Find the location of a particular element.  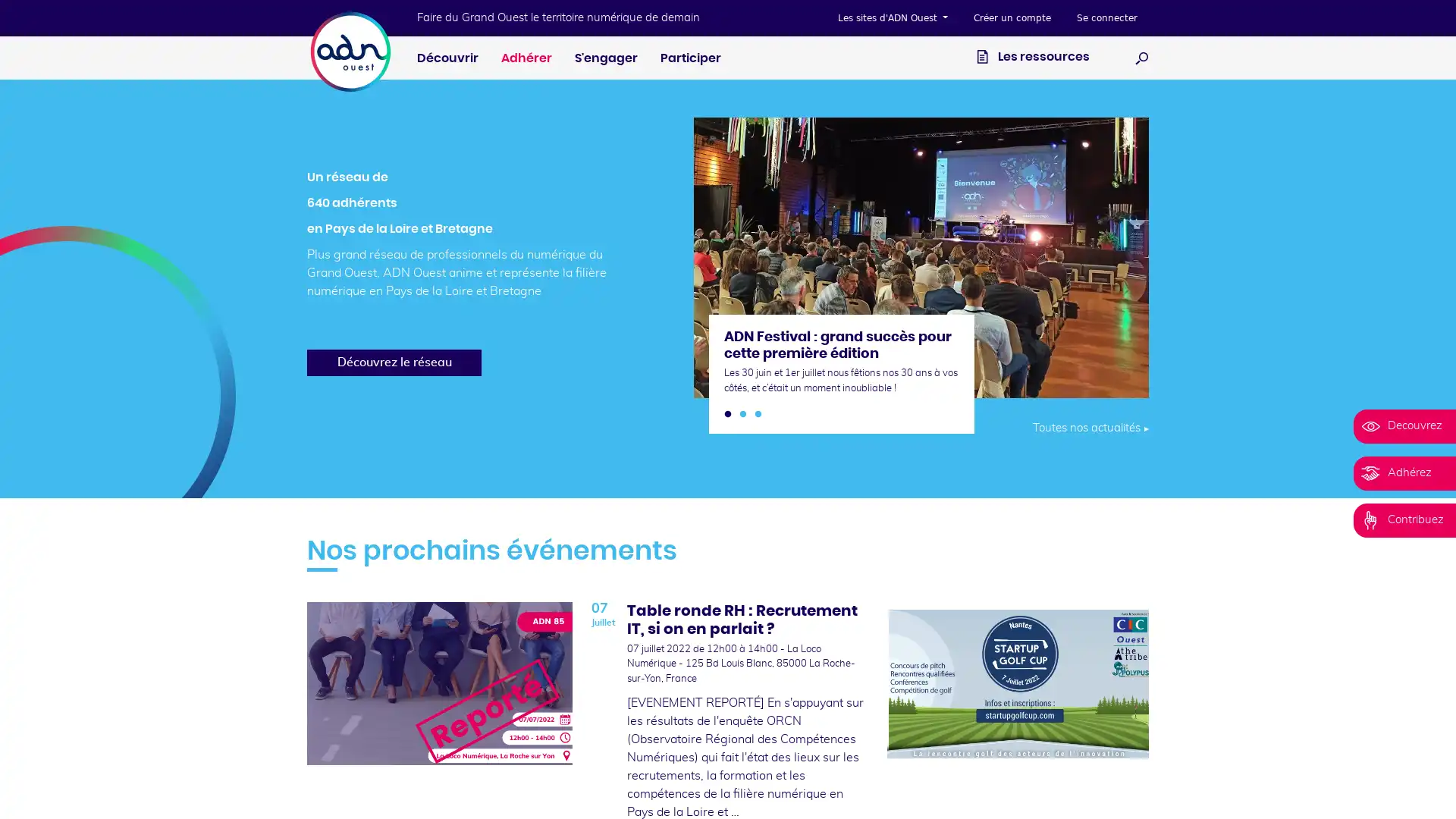

Ouvrir la recherche is located at coordinates (1142, 57).